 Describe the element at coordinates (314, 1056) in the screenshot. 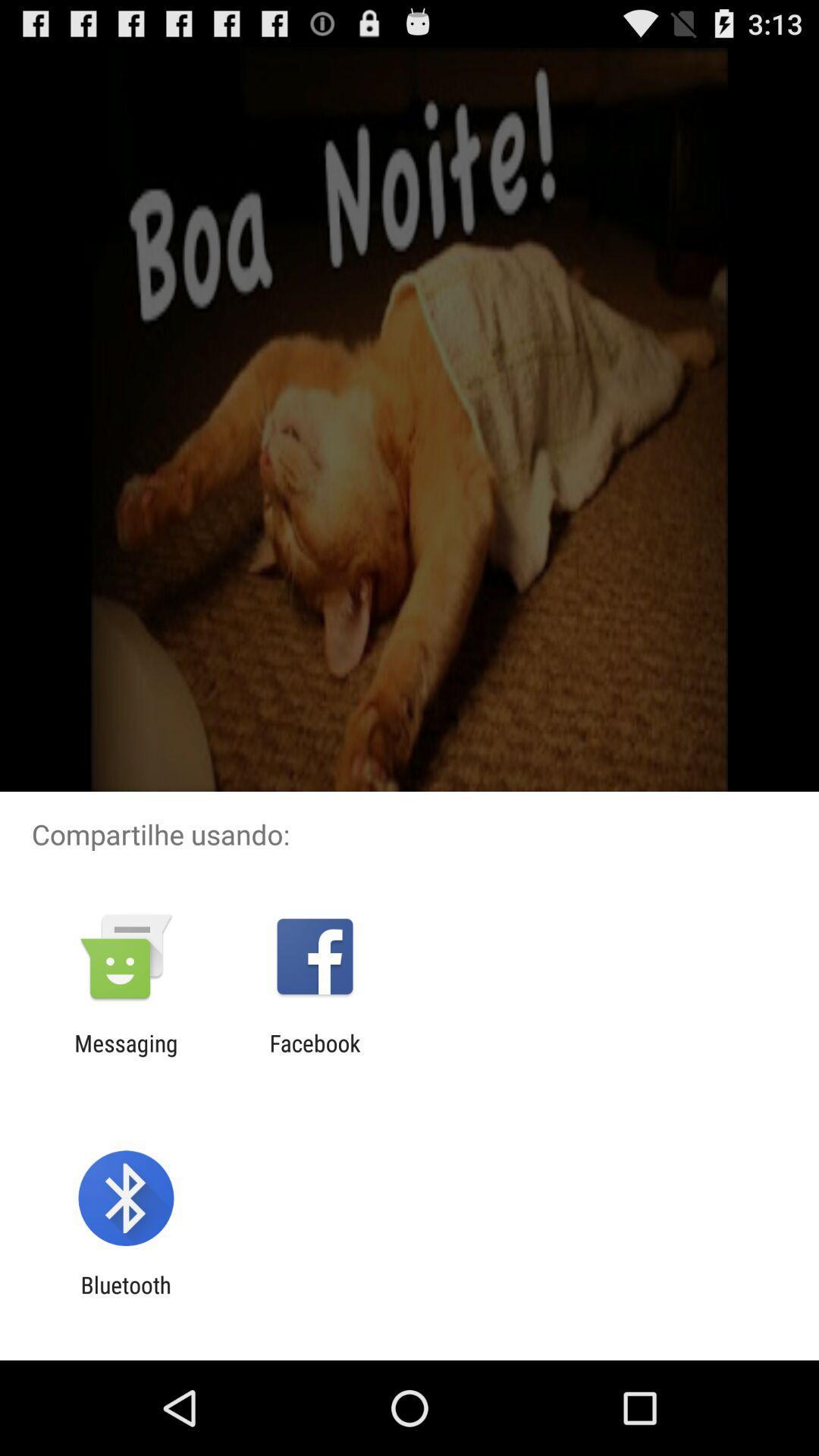

I see `facebook at the bottom` at that location.